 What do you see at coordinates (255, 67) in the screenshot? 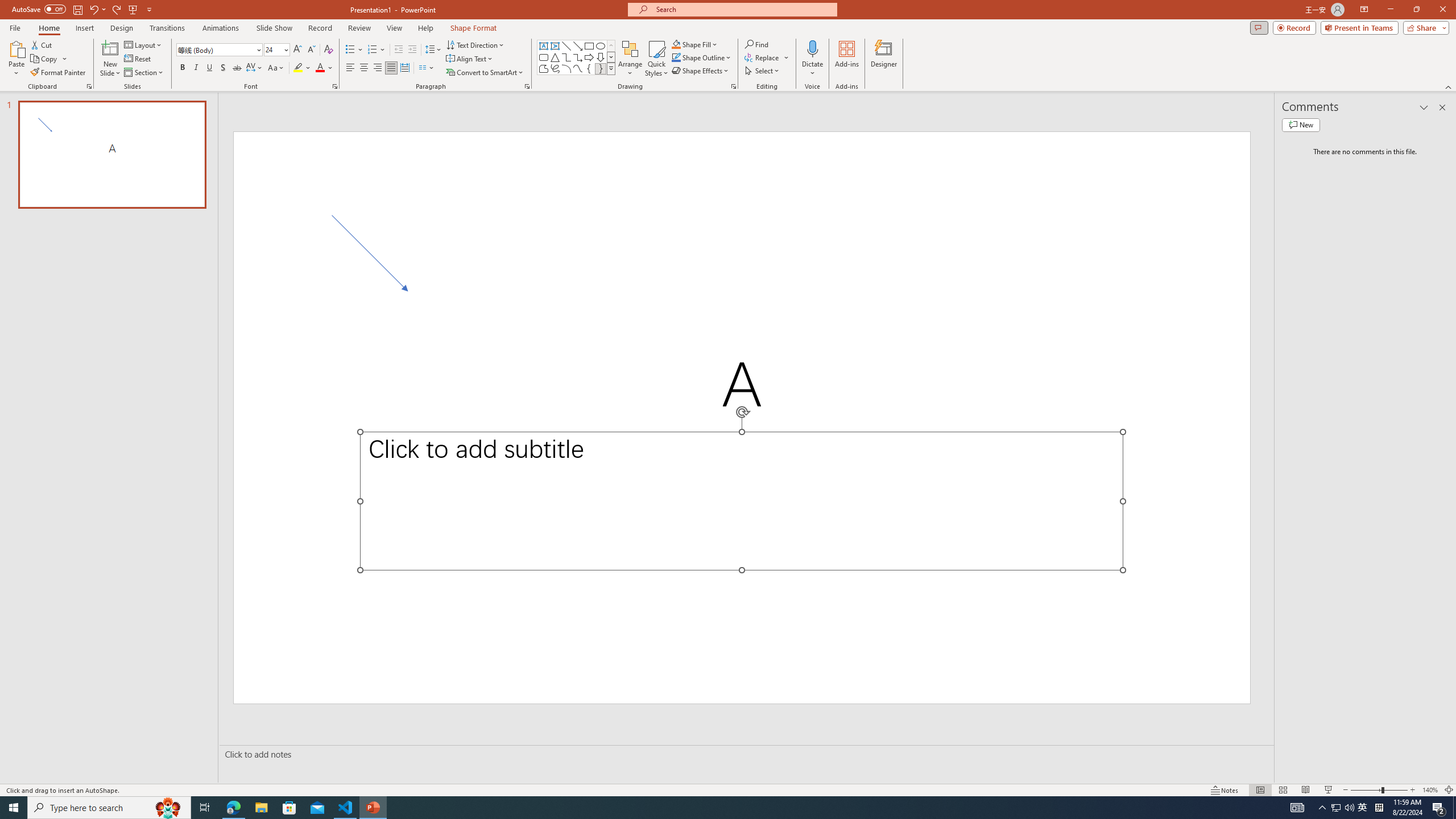
I see `'Character Spacing'` at bounding box center [255, 67].